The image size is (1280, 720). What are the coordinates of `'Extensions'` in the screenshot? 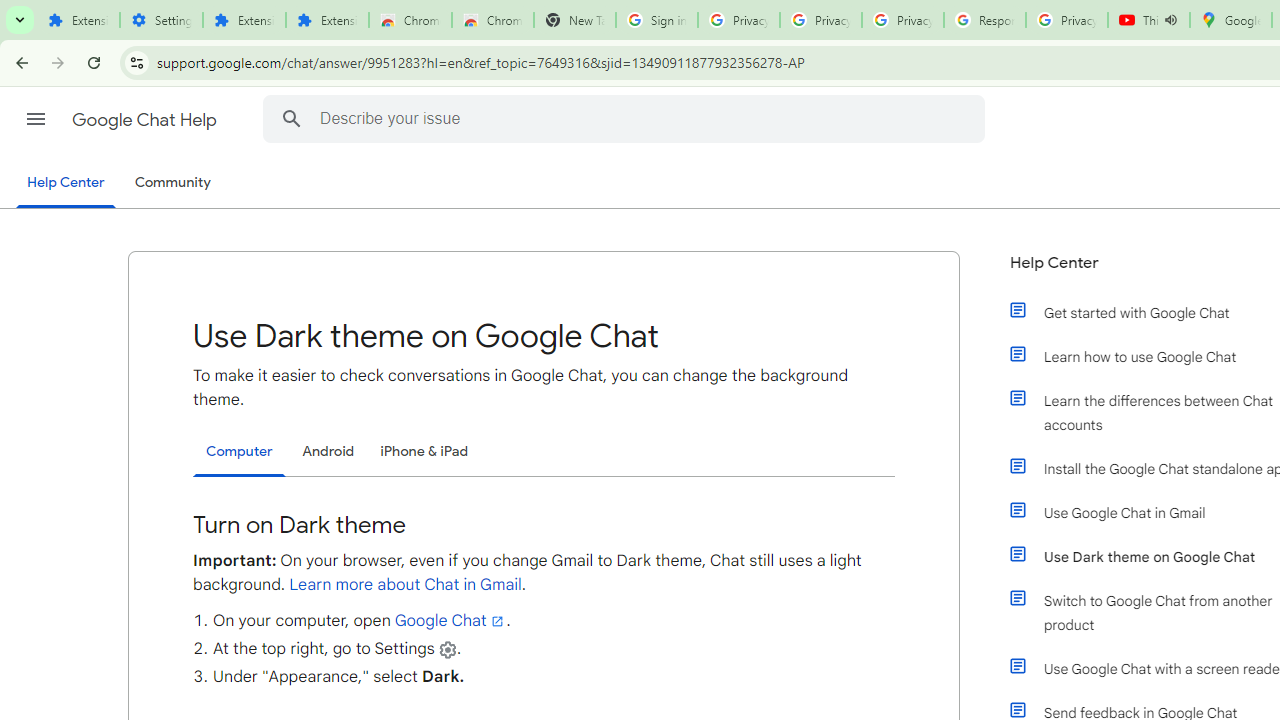 It's located at (327, 20).